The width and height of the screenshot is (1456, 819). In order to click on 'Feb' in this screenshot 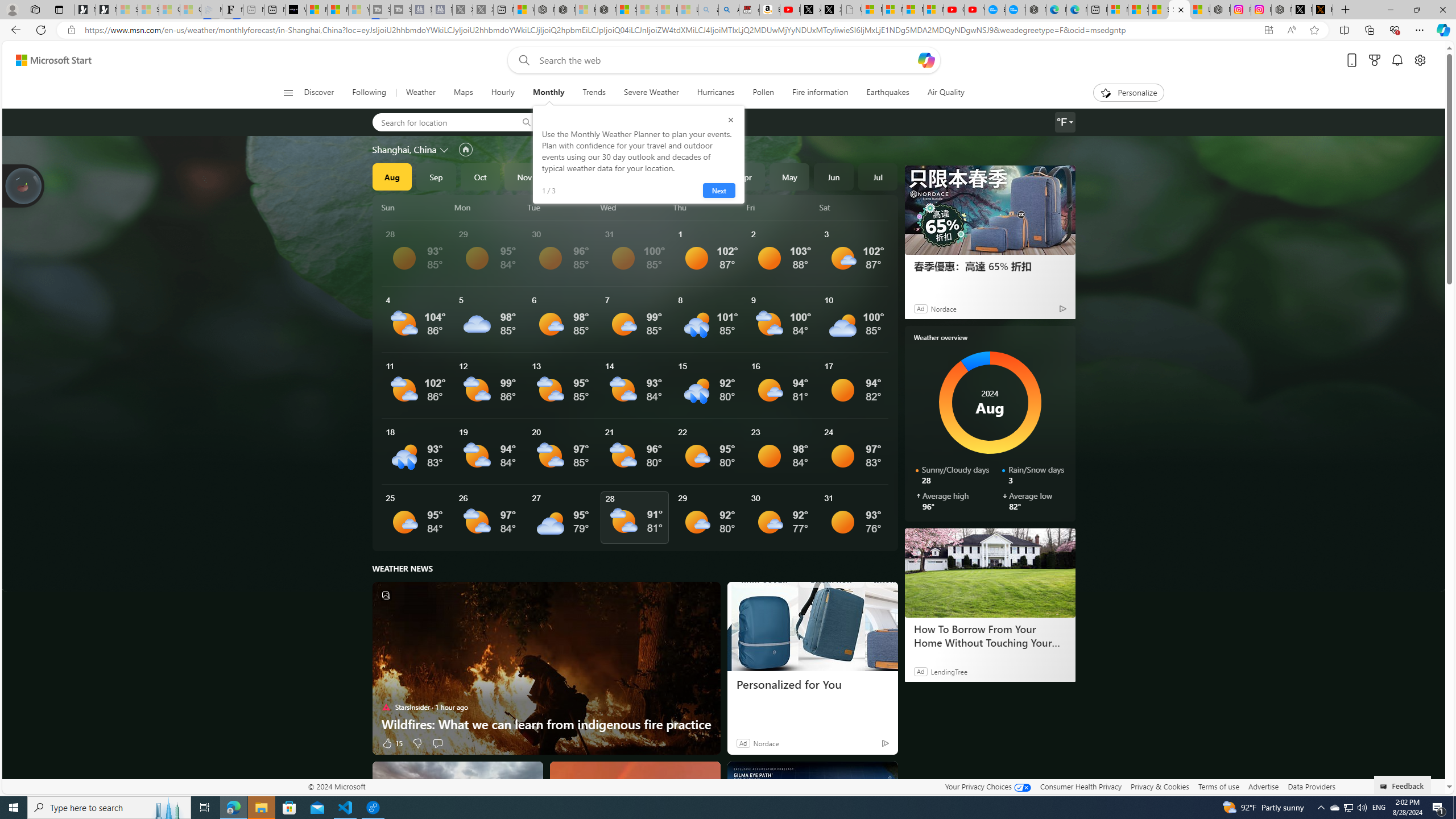, I will do `click(656, 176)`.